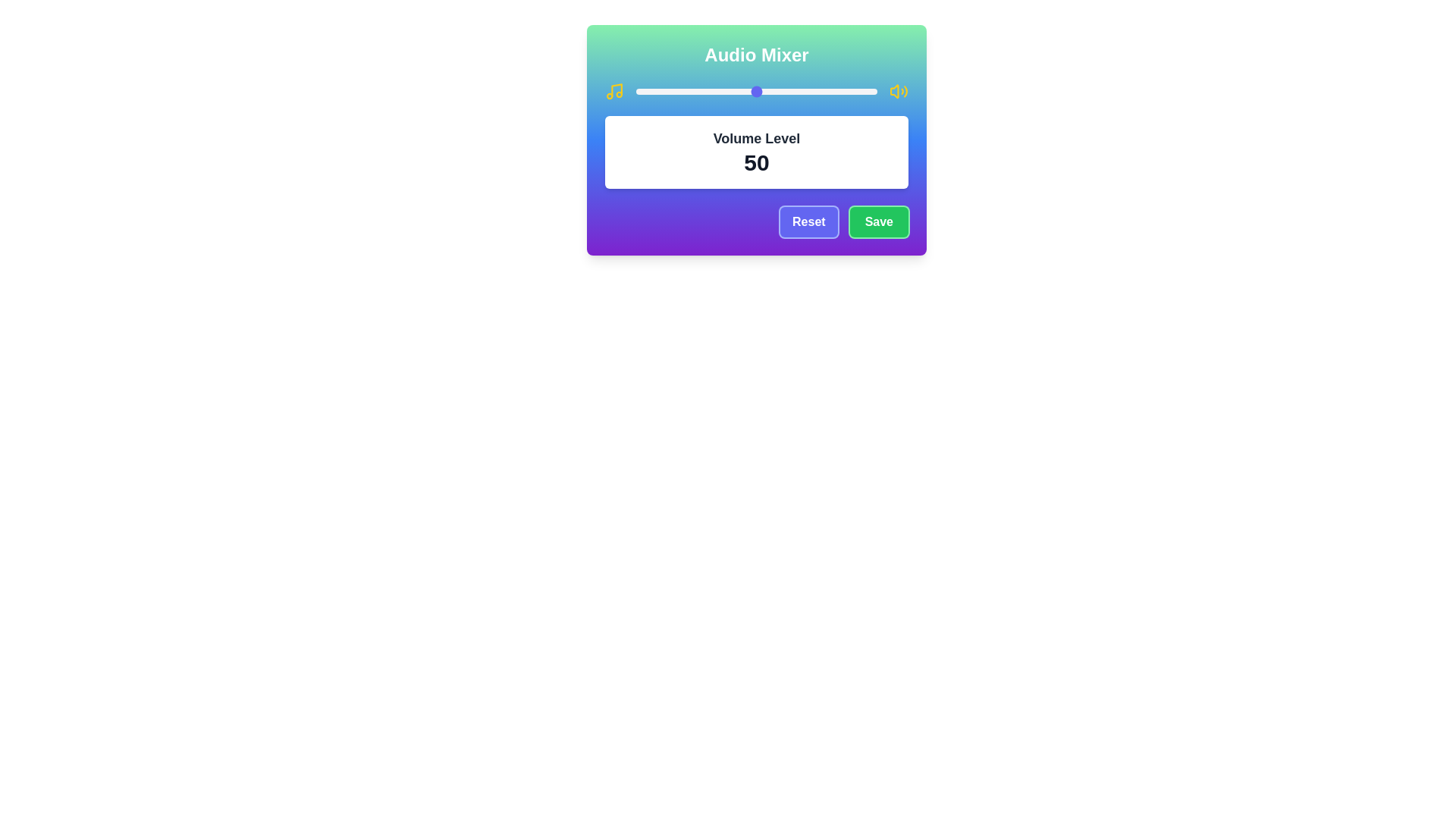 The image size is (1456, 819). What do you see at coordinates (757, 138) in the screenshot?
I see `the text element that indicates 'Volume Level', which is positioned above the numeric value '50' within a white rectangular card` at bounding box center [757, 138].